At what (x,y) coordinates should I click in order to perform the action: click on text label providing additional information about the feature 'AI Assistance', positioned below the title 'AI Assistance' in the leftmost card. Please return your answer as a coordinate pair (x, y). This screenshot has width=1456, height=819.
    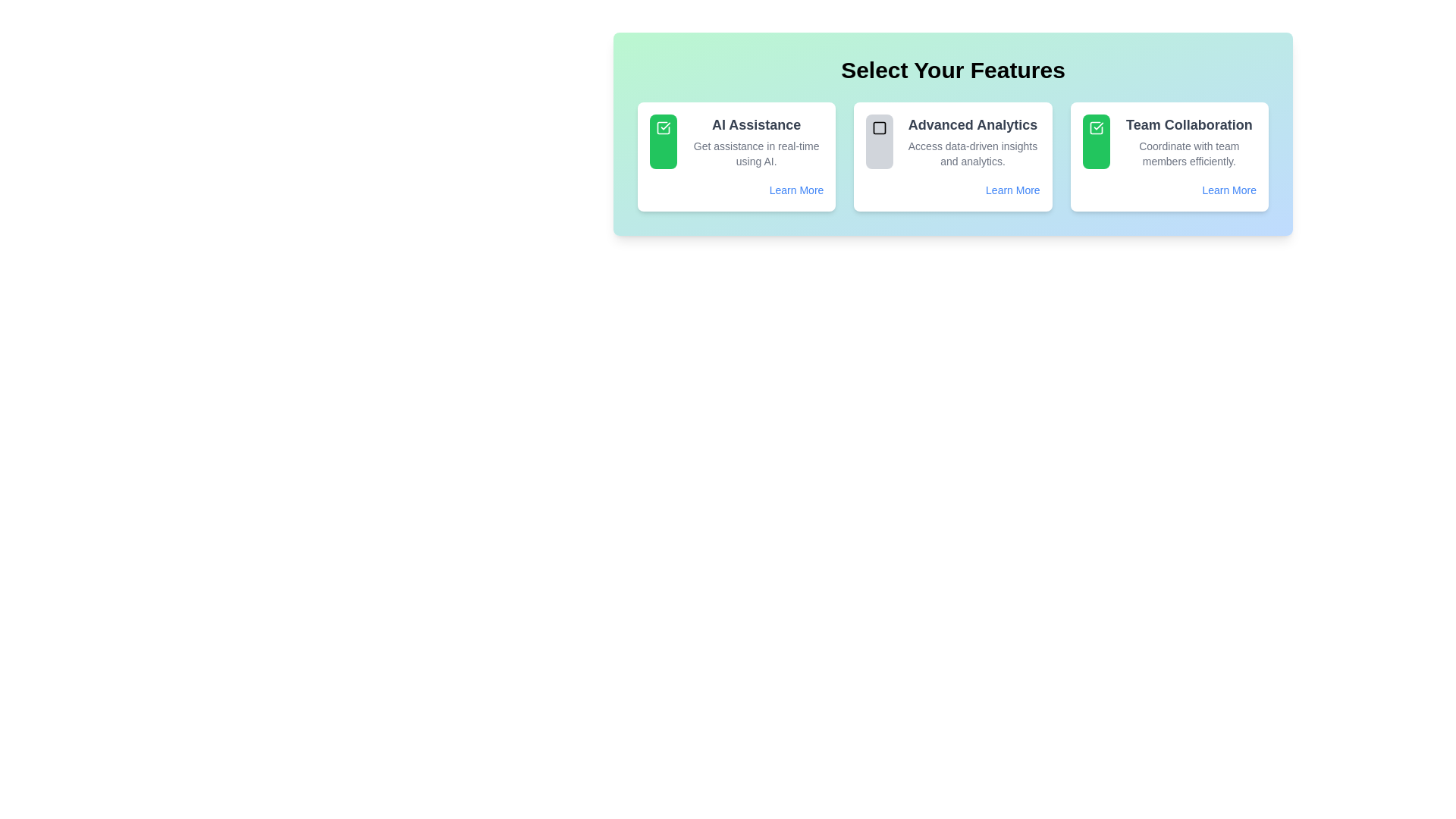
    Looking at the image, I should click on (756, 154).